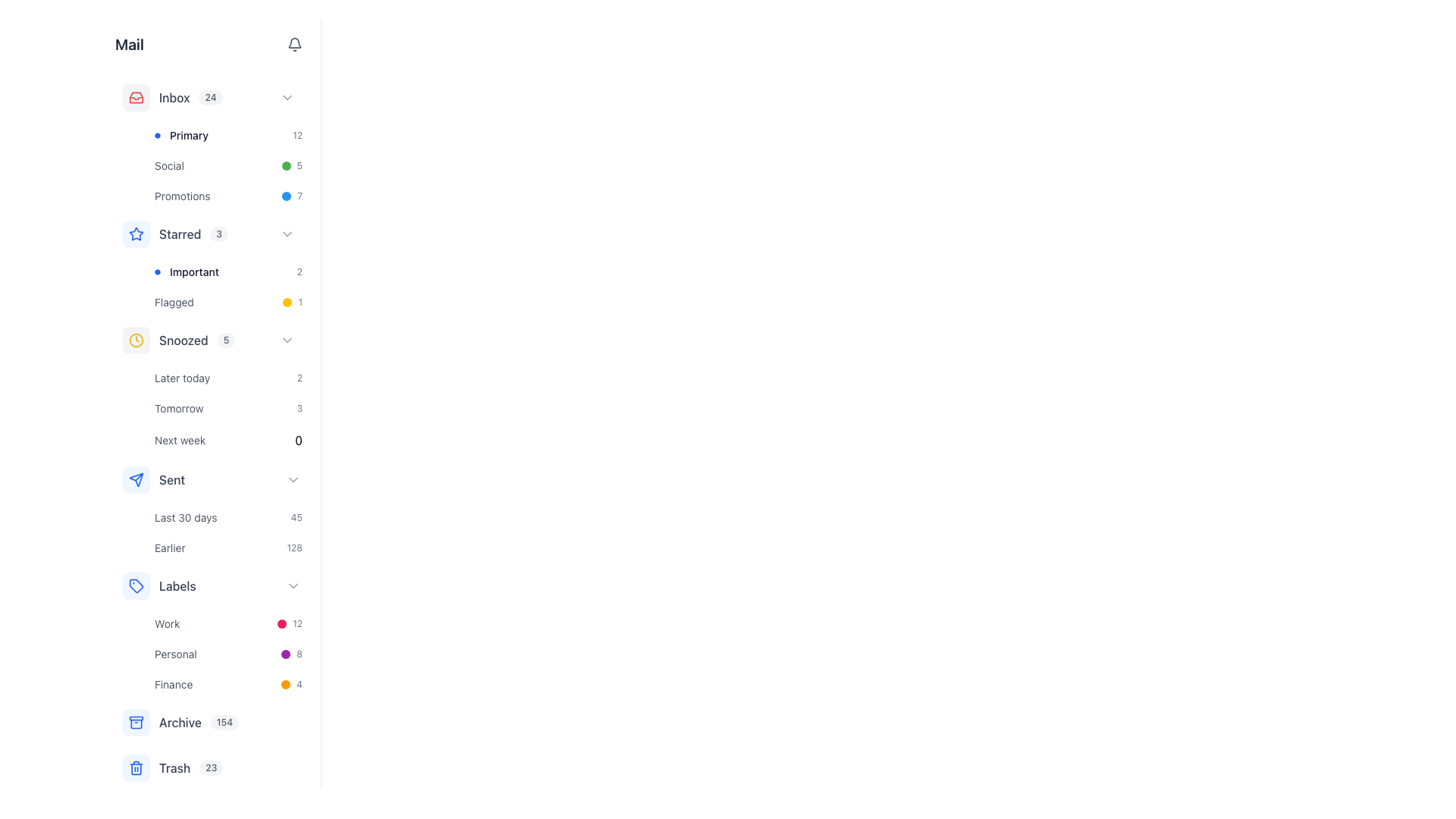  What do you see at coordinates (177, 585) in the screenshot?
I see `the 'Labels' text button located in the navigation list, which is below the 'Sent' option and above the 'Archive' option, styled with a dark gray font and accompanied by a blue tag icon` at bounding box center [177, 585].